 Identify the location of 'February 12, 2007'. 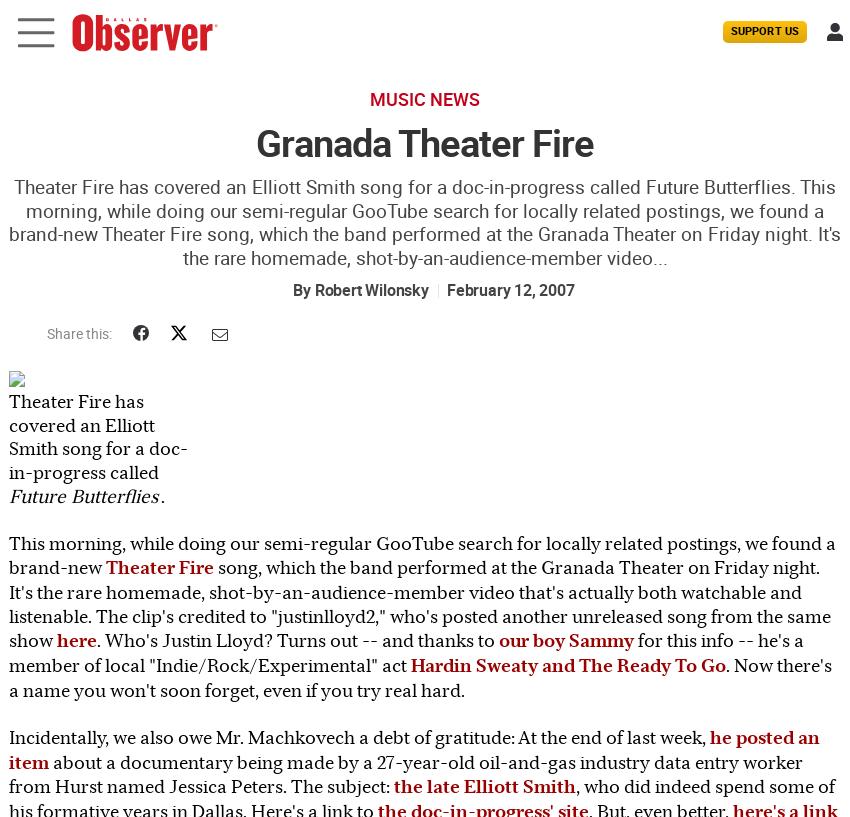
(444, 289).